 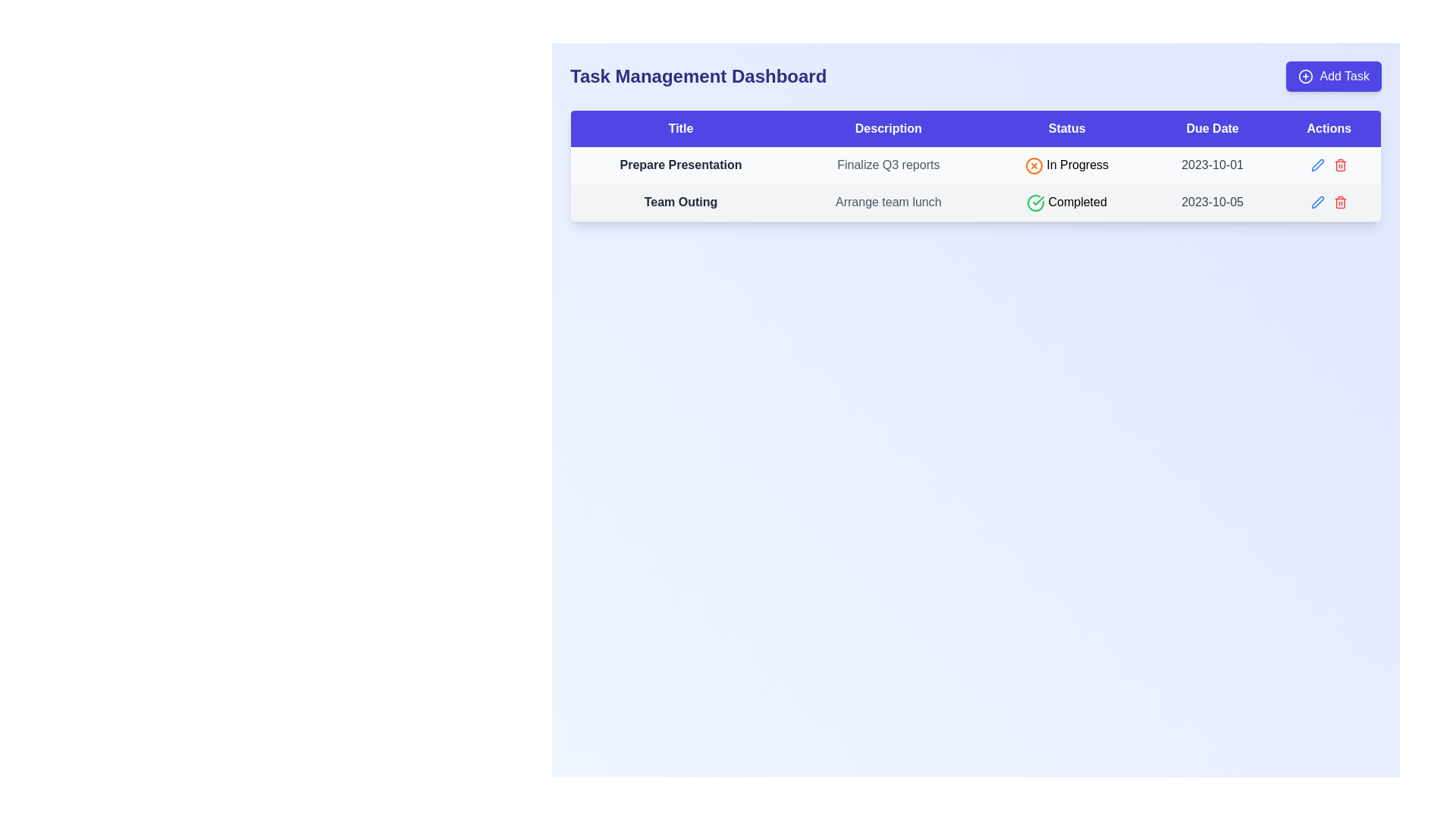 I want to click on the right icon in the Actions column of the second row of the table, so click(x=1328, y=202).